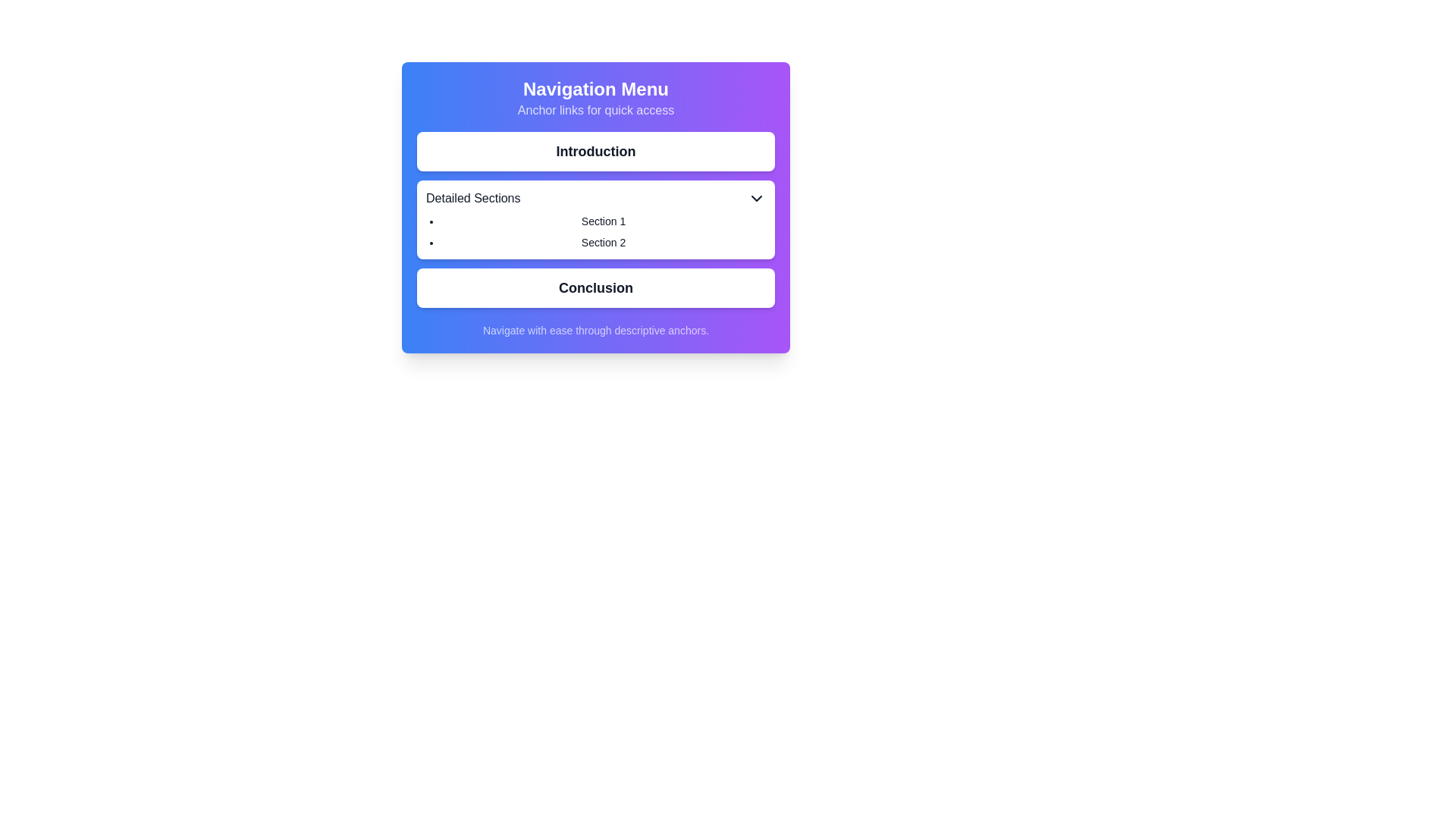  Describe the element at coordinates (595, 110) in the screenshot. I see `the text label that reads 'Anchor links for quick access', which is positioned below the 'Navigation Menu' title` at that location.